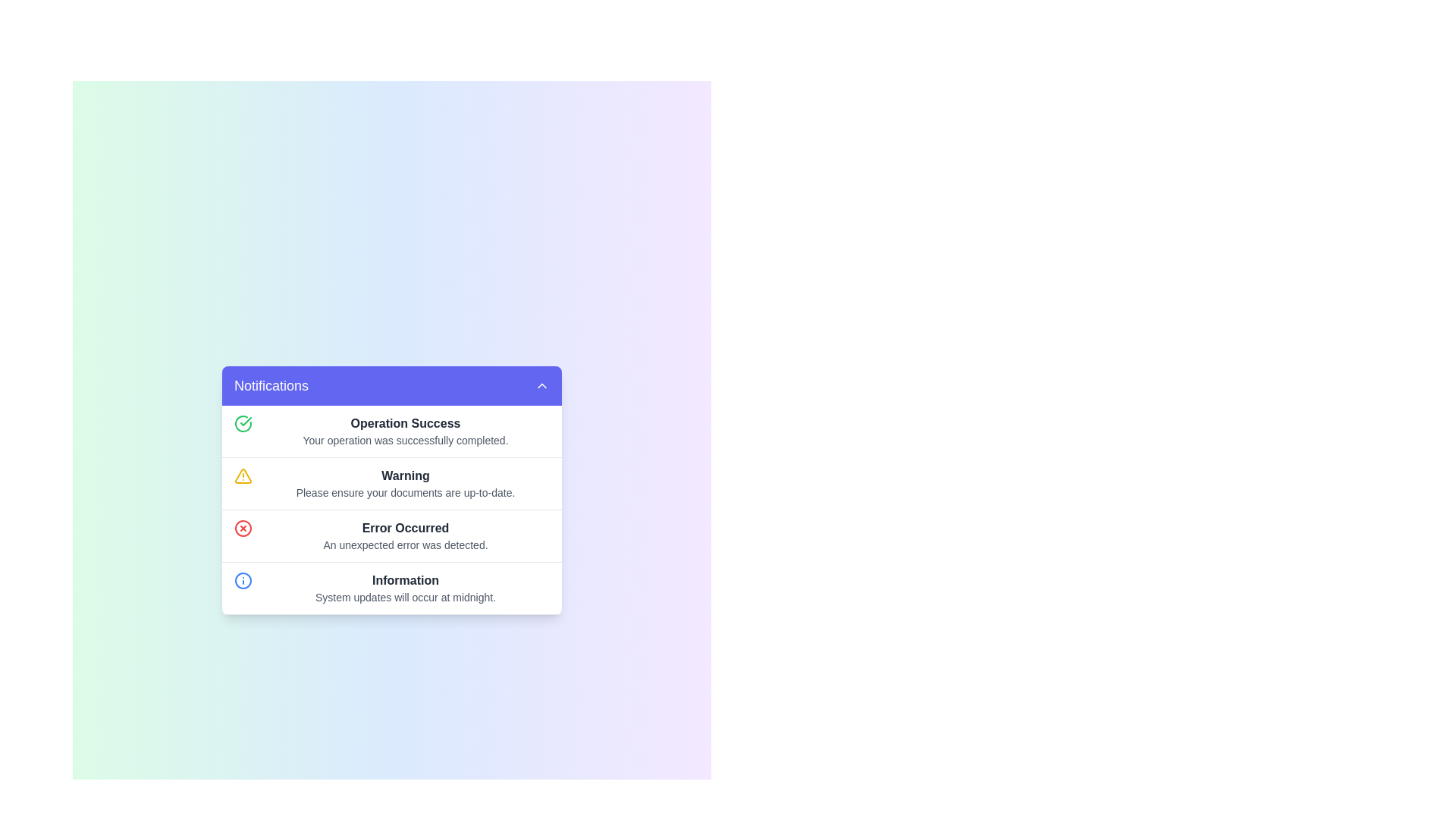 The image size is (1456, 819). Describe the element at coordinates (405, 475) in the screenshot. I see `the text label that reads 'Warning', which is styled with a bold font and dark gray color, located within the notification panel` at that location.